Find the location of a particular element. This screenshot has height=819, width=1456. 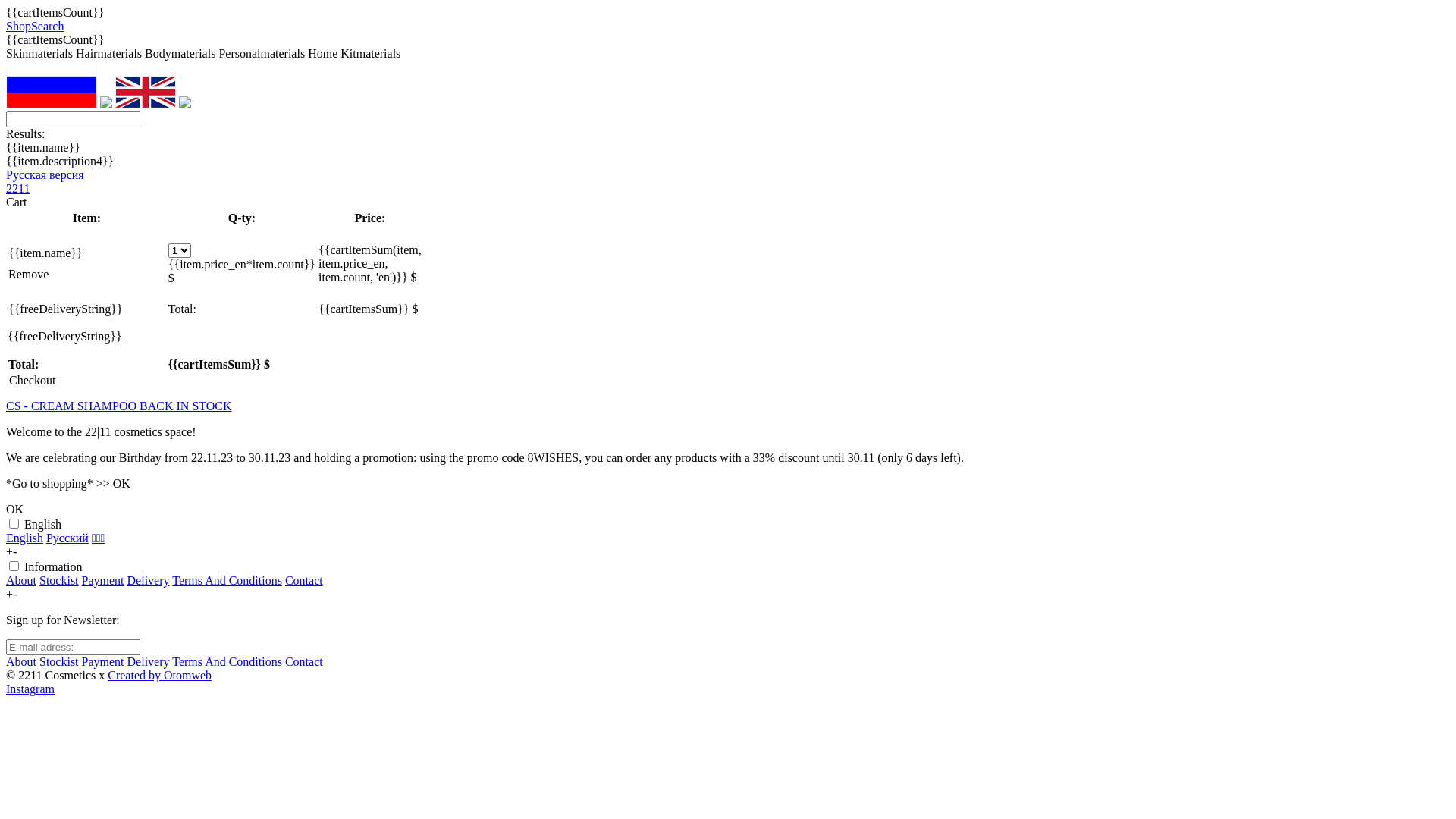

'Instagram' is located at coordinates (30, 689).